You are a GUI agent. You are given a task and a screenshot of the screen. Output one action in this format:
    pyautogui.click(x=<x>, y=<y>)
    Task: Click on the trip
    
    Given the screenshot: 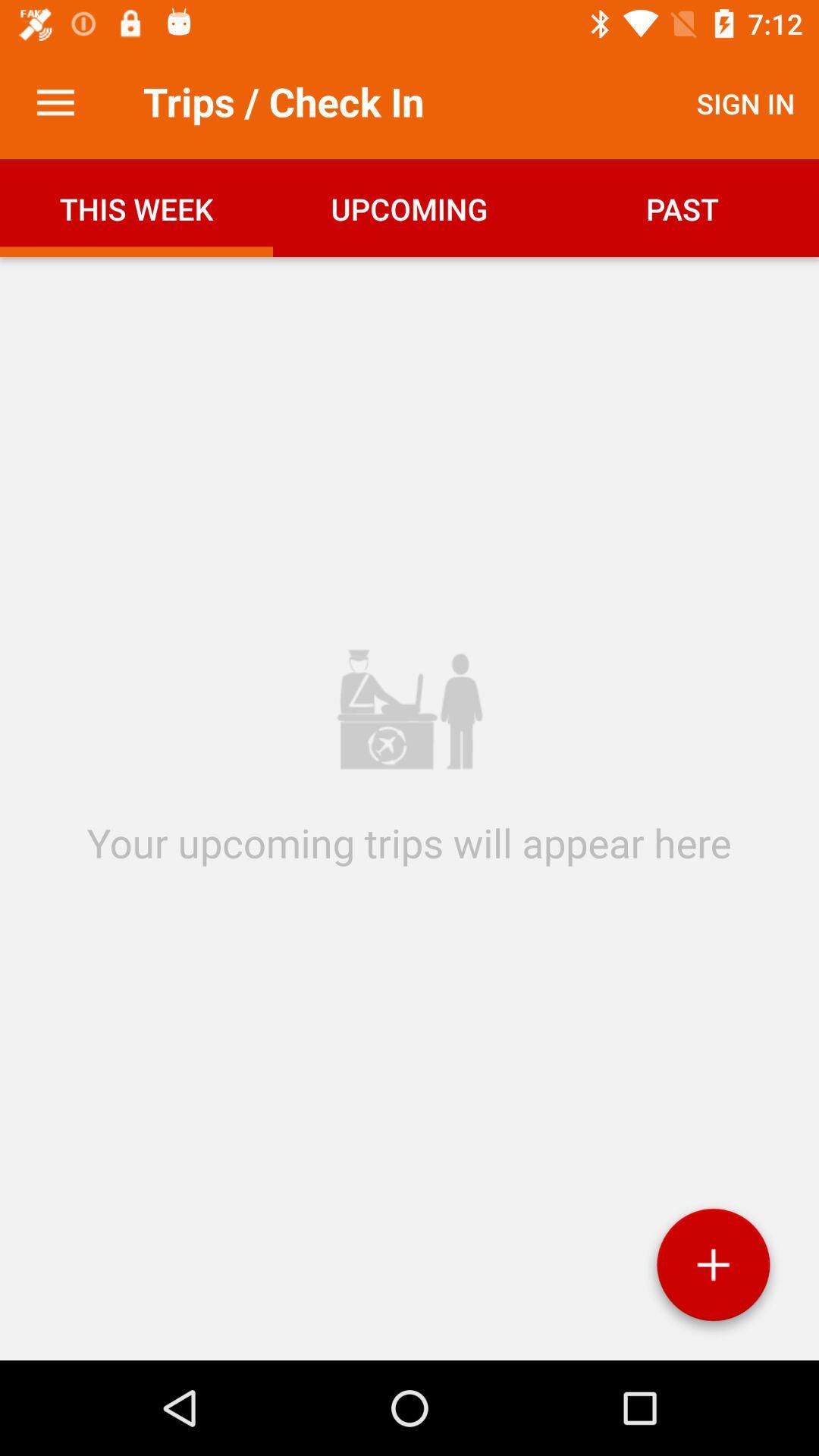 What is the action you would take?
    pyautogui.click(x=713, y=1270)
    